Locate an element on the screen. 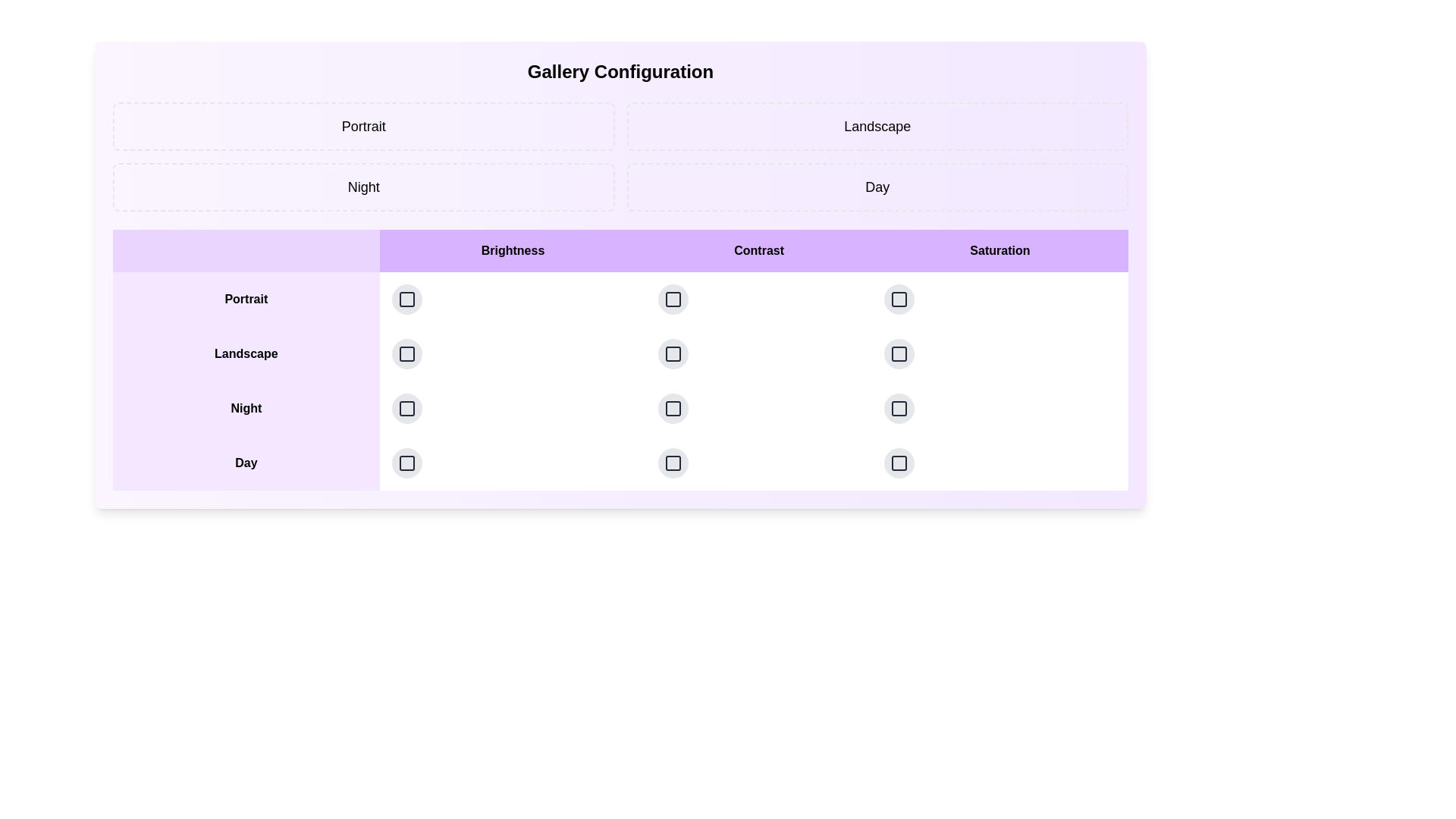 This screenshot has width=1456, height=819. the small square checkbox or button located in the third column of the fourth row in the grid layout, corresponding to 'Day' and 'Saturation' is located at coordinates (899, 353).